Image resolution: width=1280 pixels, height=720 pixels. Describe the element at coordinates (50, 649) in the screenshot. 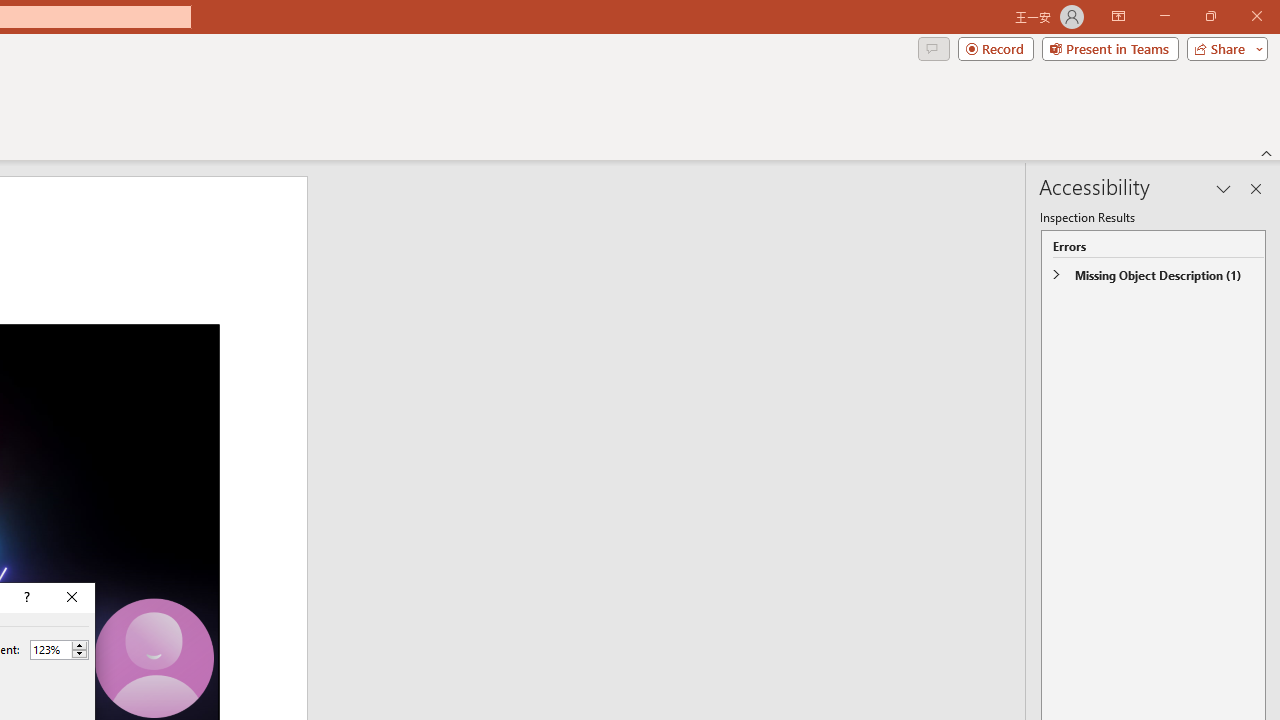

I see `'Percent'` at that location.